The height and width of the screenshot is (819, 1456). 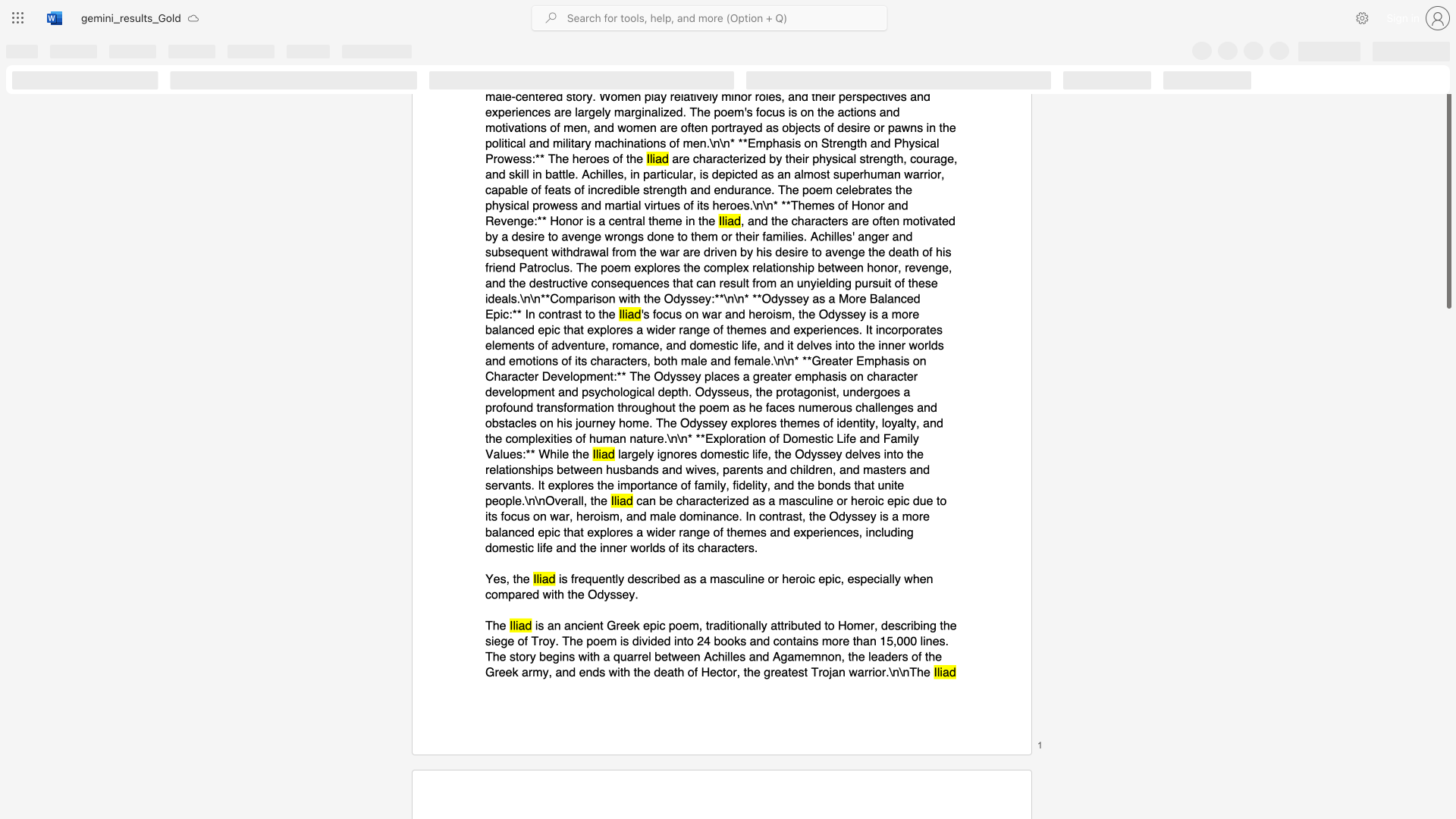 I want to click on the scrollbar and move up 70 pixels, so click(x=1448, y=189).